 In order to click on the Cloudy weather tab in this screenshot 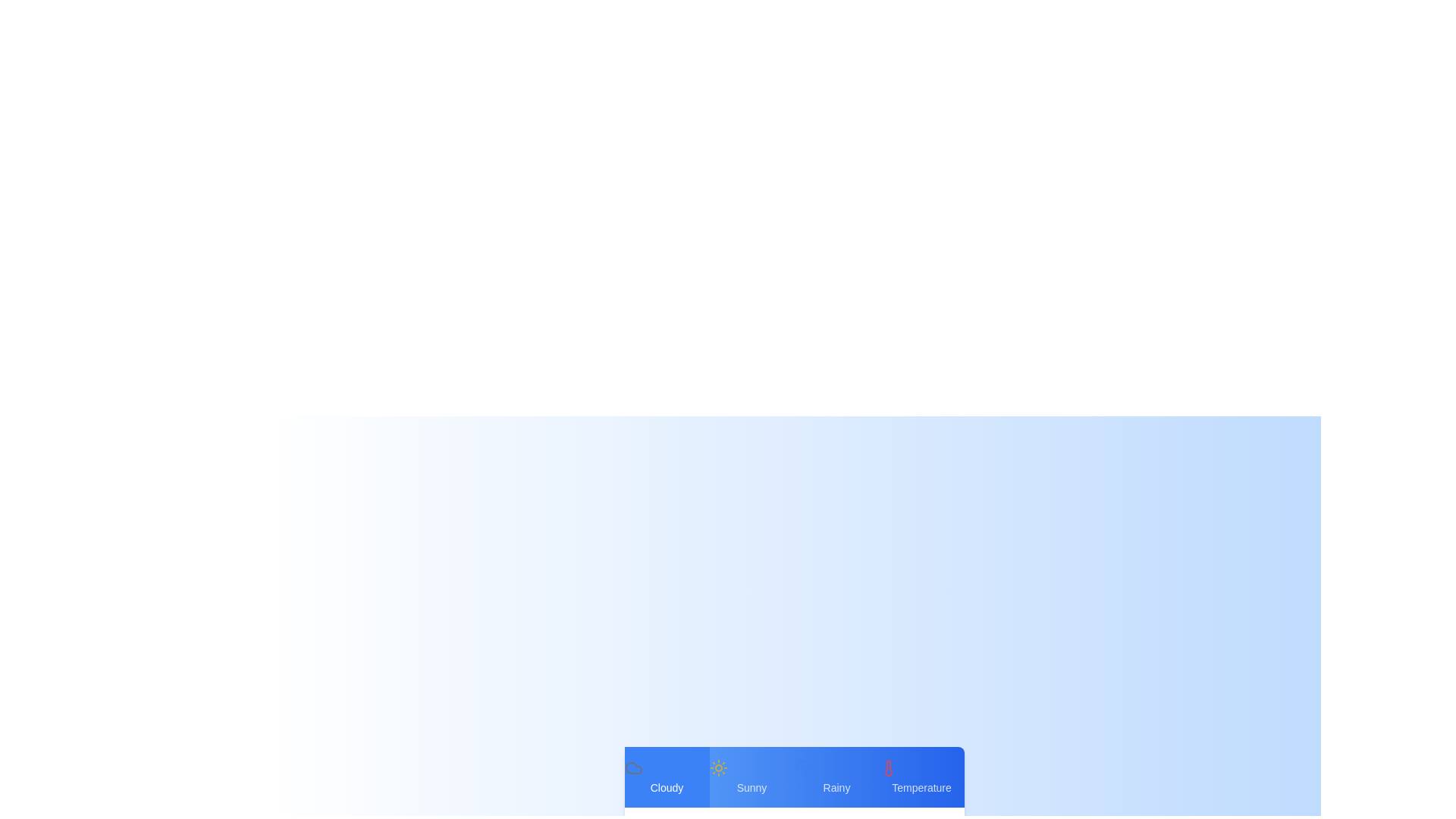, I will do `click(667, 777)`.